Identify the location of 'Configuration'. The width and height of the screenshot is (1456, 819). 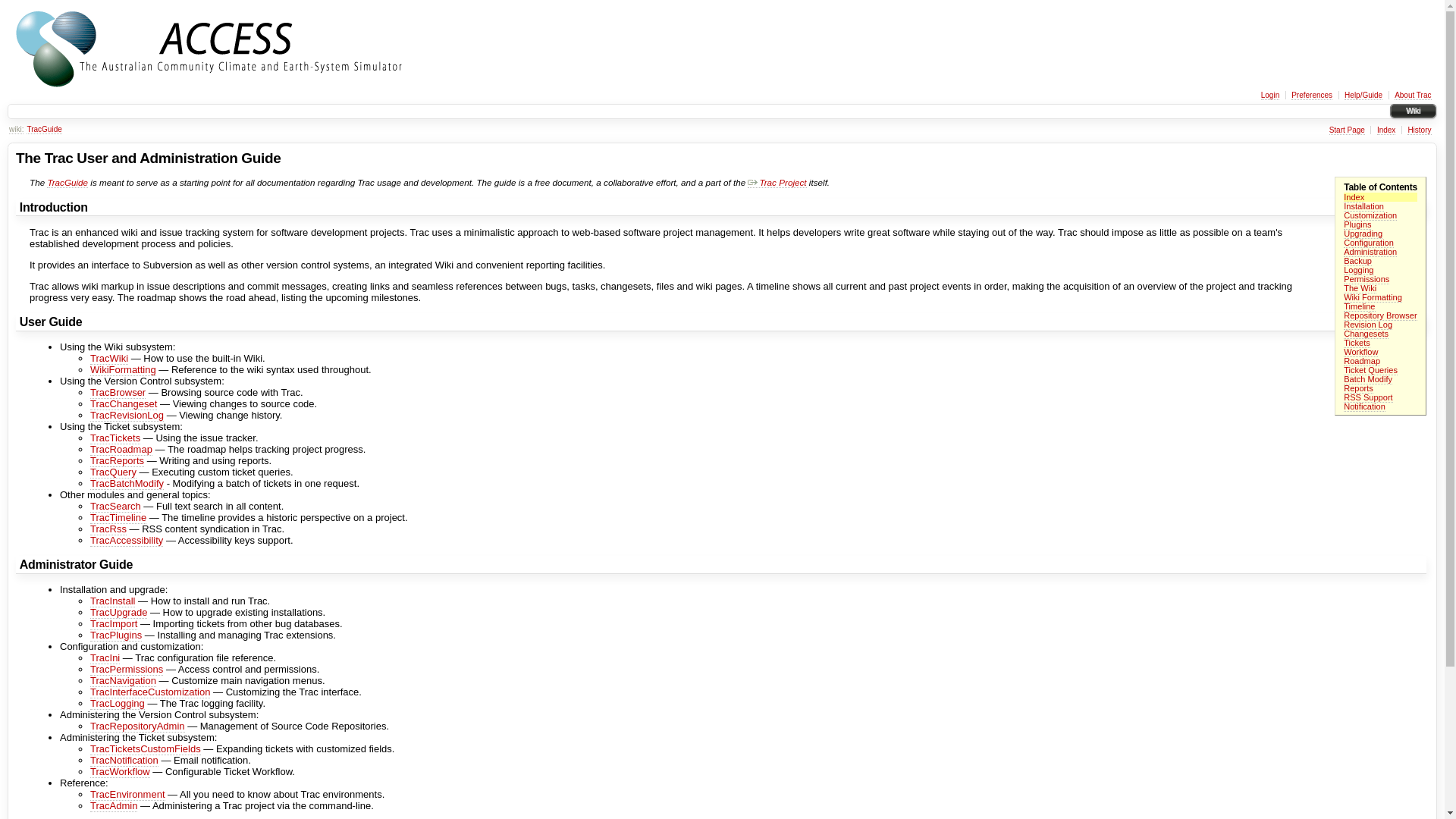
(1343, 242).